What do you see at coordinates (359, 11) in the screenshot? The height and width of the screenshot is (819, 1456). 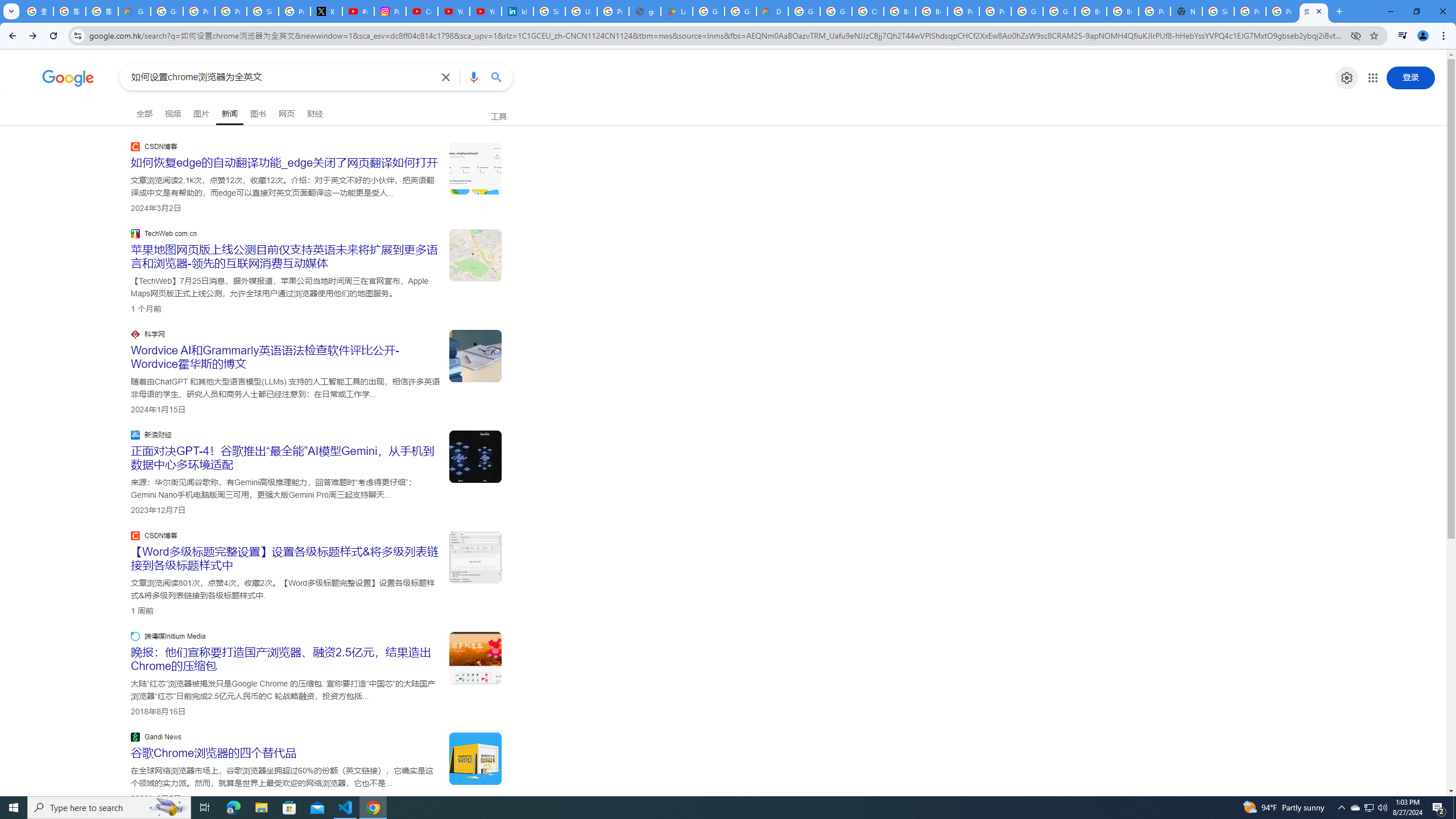 I see `'#nbabasketballhighlights - YouTube'` at bounding box center [359, 11].